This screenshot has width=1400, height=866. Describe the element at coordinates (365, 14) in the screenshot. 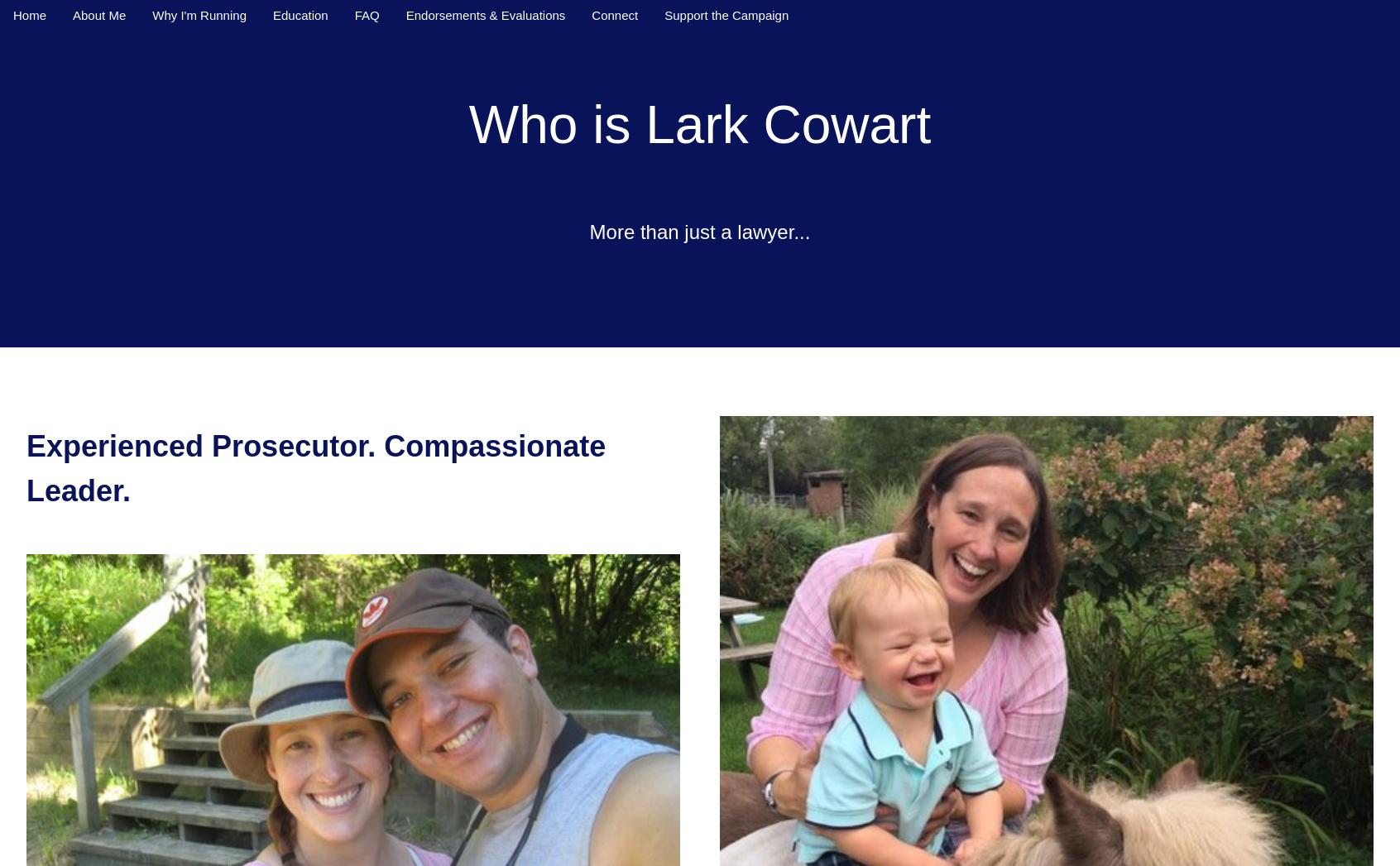

I see `'FAQ'` at that location.